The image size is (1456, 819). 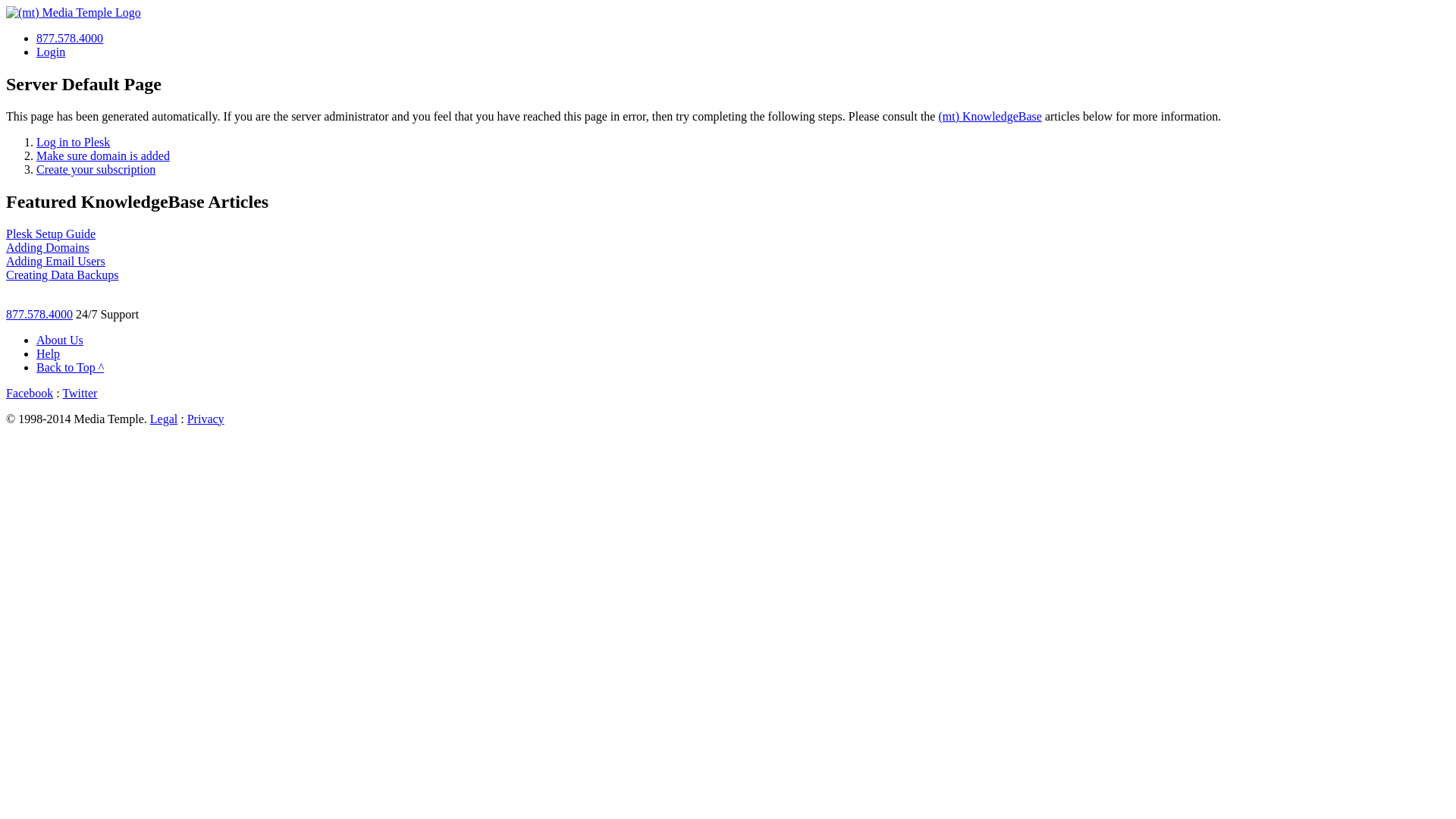 What do you see at coordinates (36, 353) in the screenshot?
I see `'Help'` at bounding box center [36, 353].